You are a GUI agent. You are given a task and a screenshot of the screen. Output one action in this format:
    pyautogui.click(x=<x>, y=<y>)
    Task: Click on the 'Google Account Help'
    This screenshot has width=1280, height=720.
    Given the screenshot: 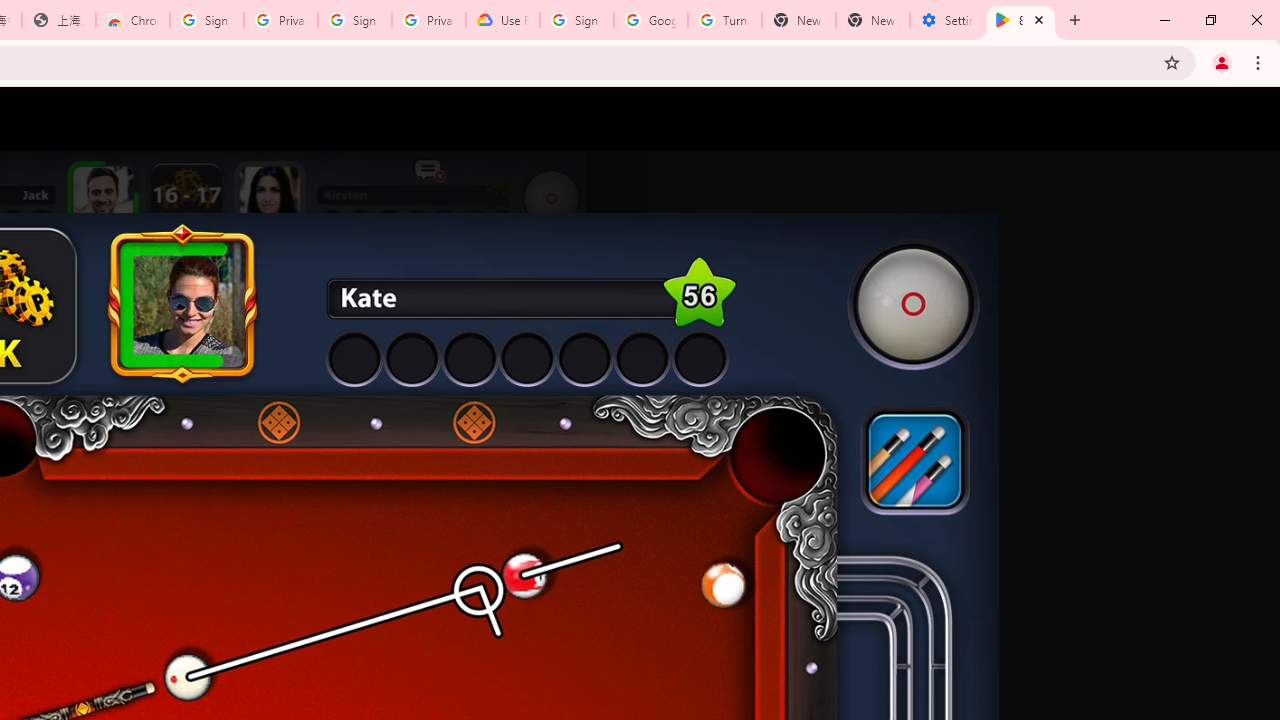 What is the action you would take?
    pyautogui.click(x=651, y=20)
    